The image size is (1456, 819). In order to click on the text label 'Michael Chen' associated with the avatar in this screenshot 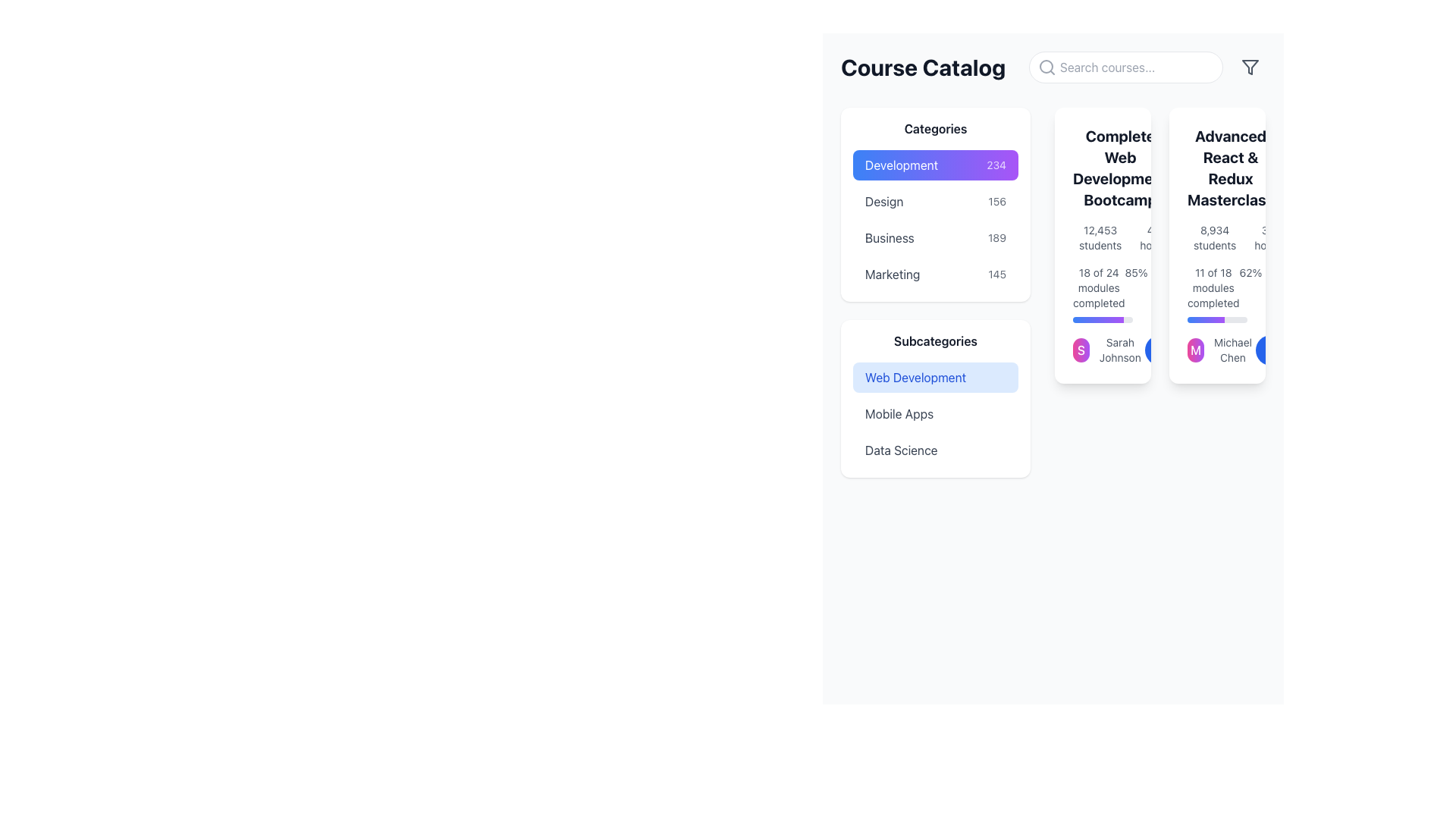, I will do `click(1222, 350)`.